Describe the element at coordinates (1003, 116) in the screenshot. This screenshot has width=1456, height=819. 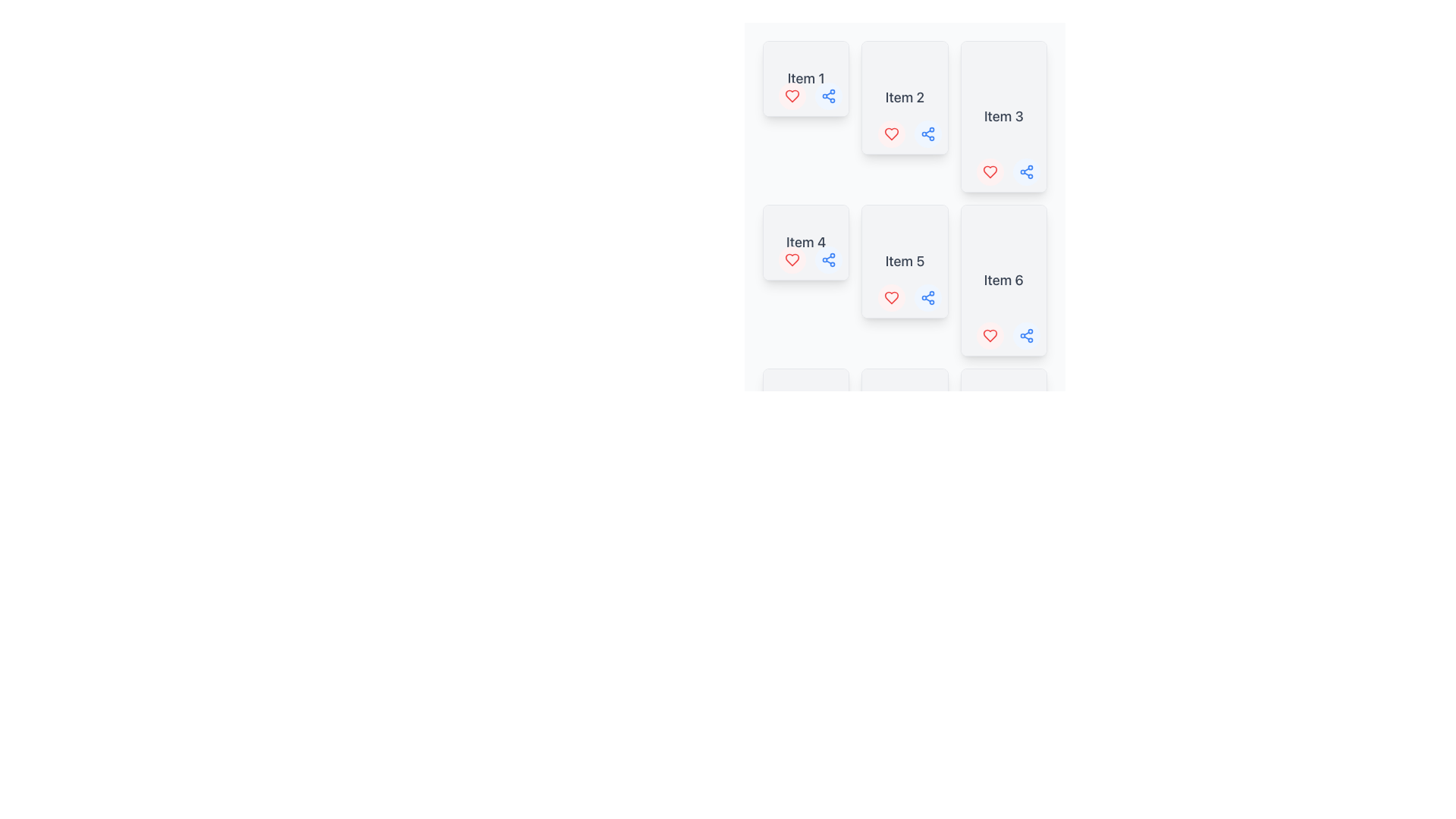
I see `the card labeled 'Item 3' in the grid layout, which has a light gray background, rounded corners, and contains the text 'Item 3' along with interactive icons at the bottom` at that location.